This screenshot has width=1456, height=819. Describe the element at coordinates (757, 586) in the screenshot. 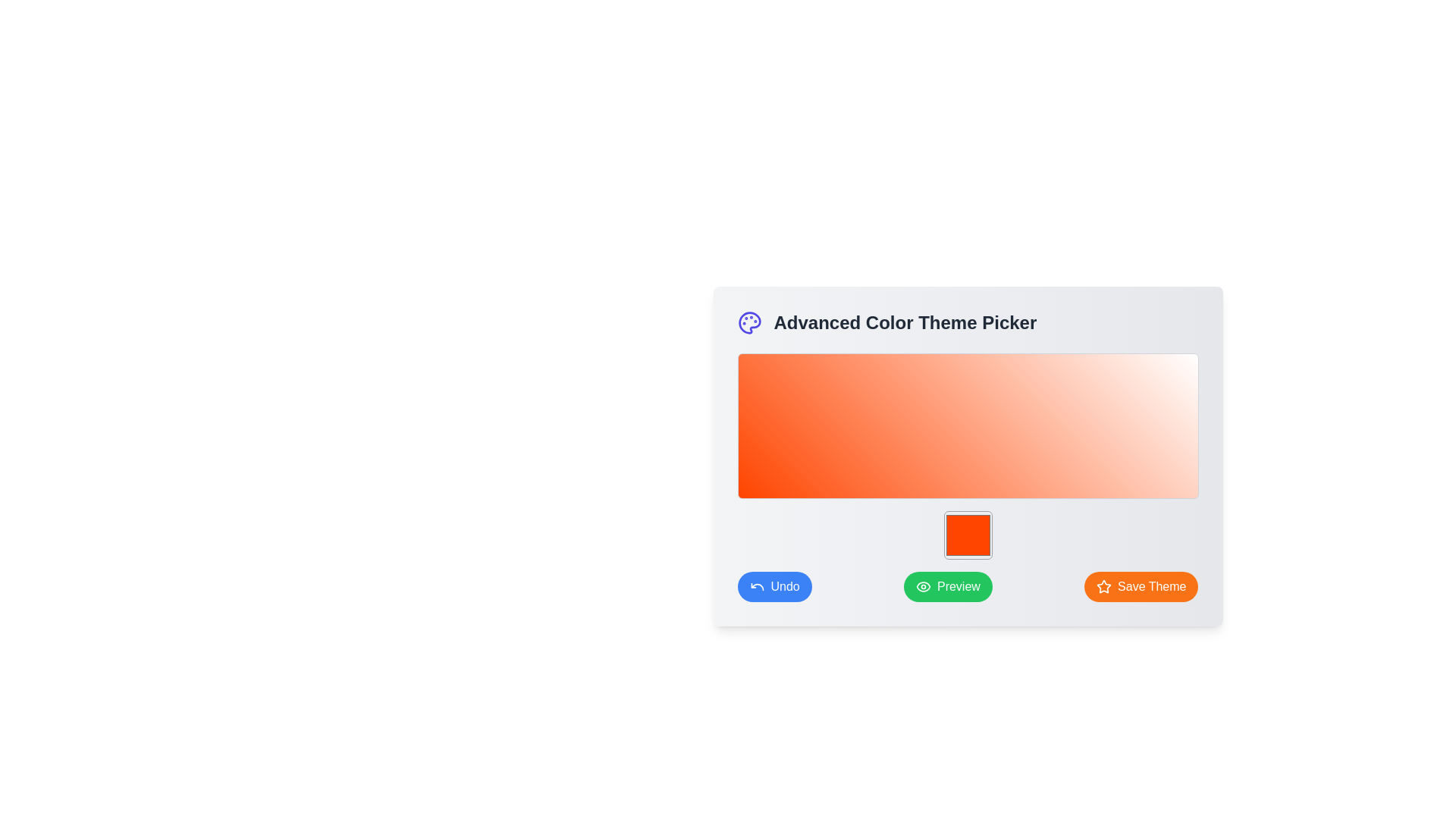

I see `the small, rounded blue icon resembling an undo arrow, which is located within the 'Undo' button` at that location.